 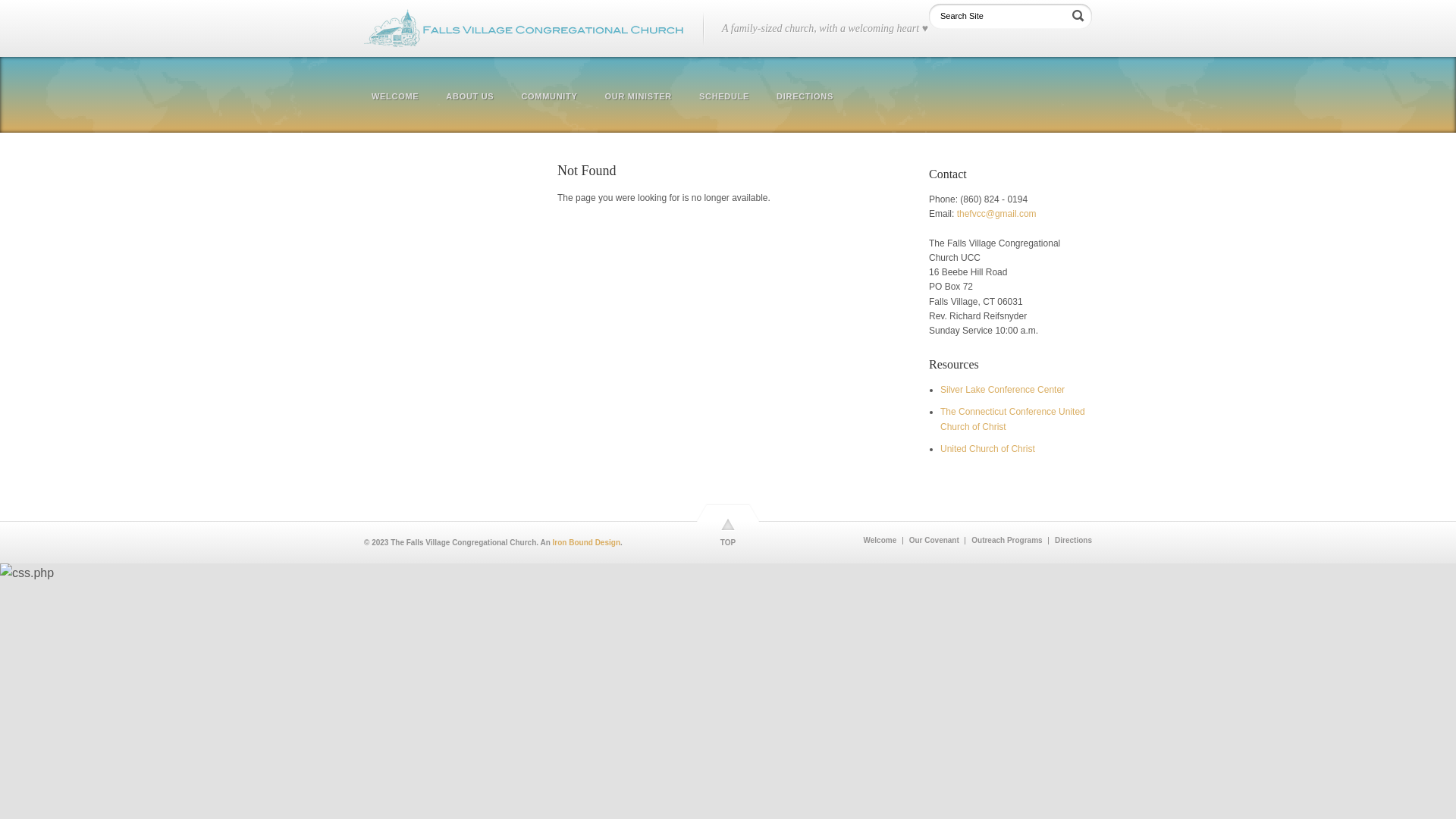 I want to click on 'SCHEDULE', so click(x=723, y=96).